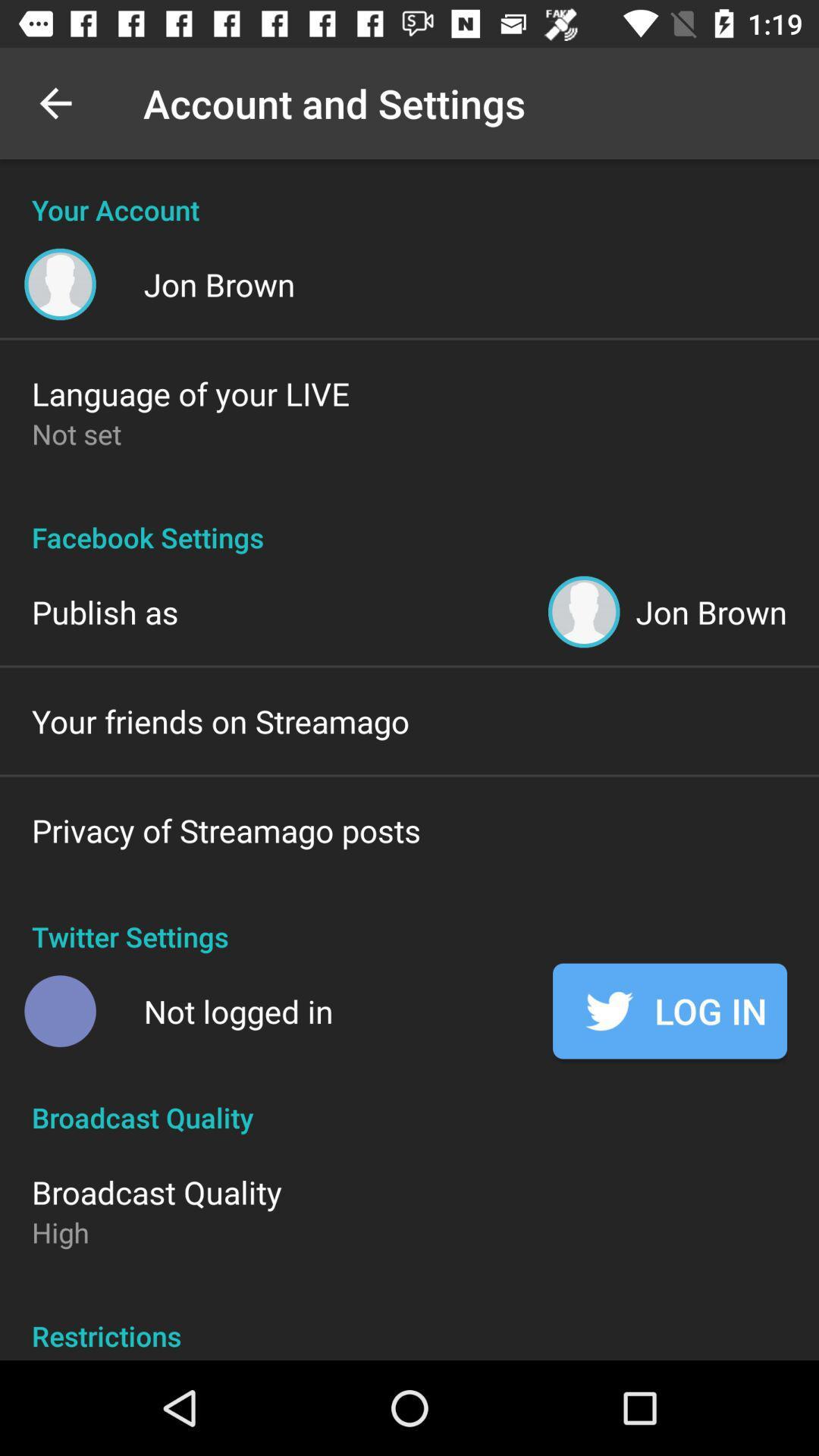 This screenshot has width=819, height=1456. Describe the element at coordinates (238, 1011) in the screenshot. I see `item below twitter settings item` at that location.